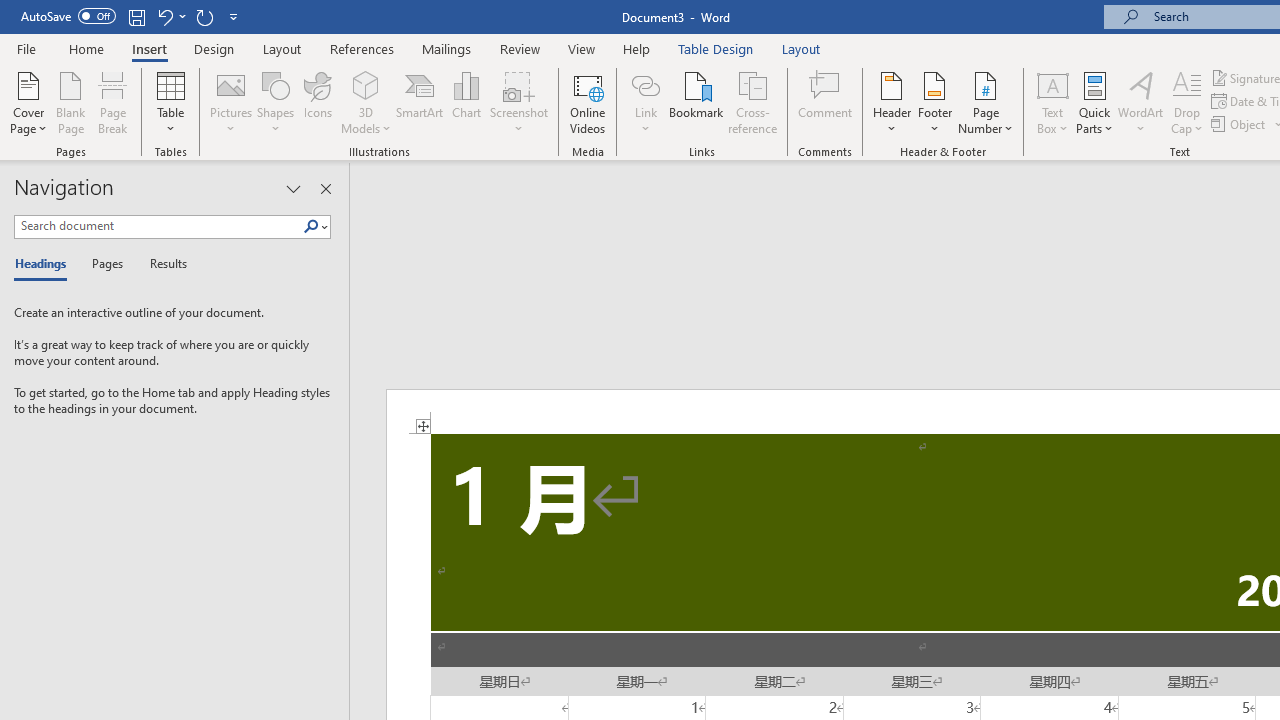 The width and height of the screenshot is (1280, 720). I want to click on 'Page Break', so click(112, 103).